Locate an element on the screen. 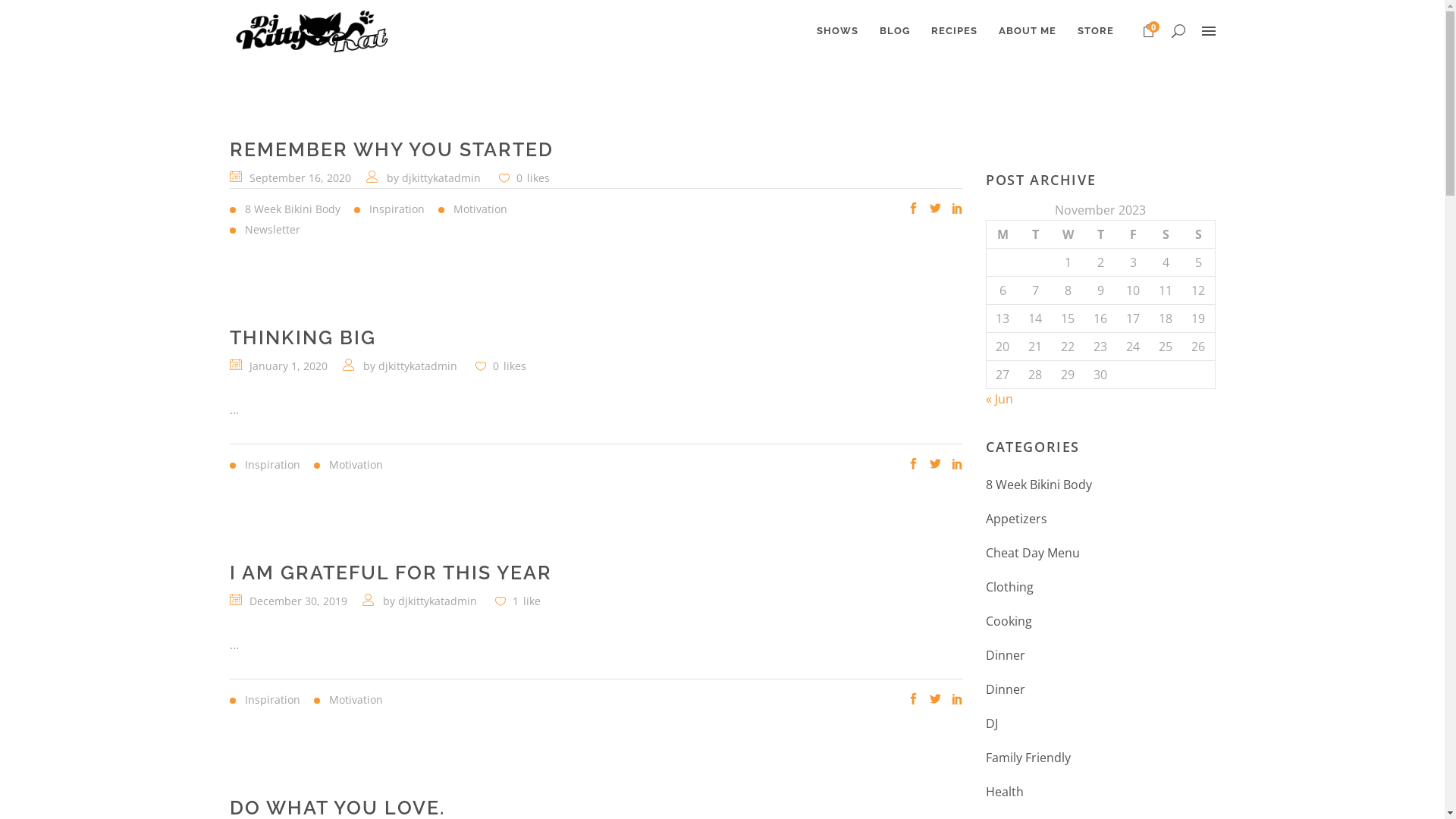  'Newsletter' is located at coordinates (228, 230).